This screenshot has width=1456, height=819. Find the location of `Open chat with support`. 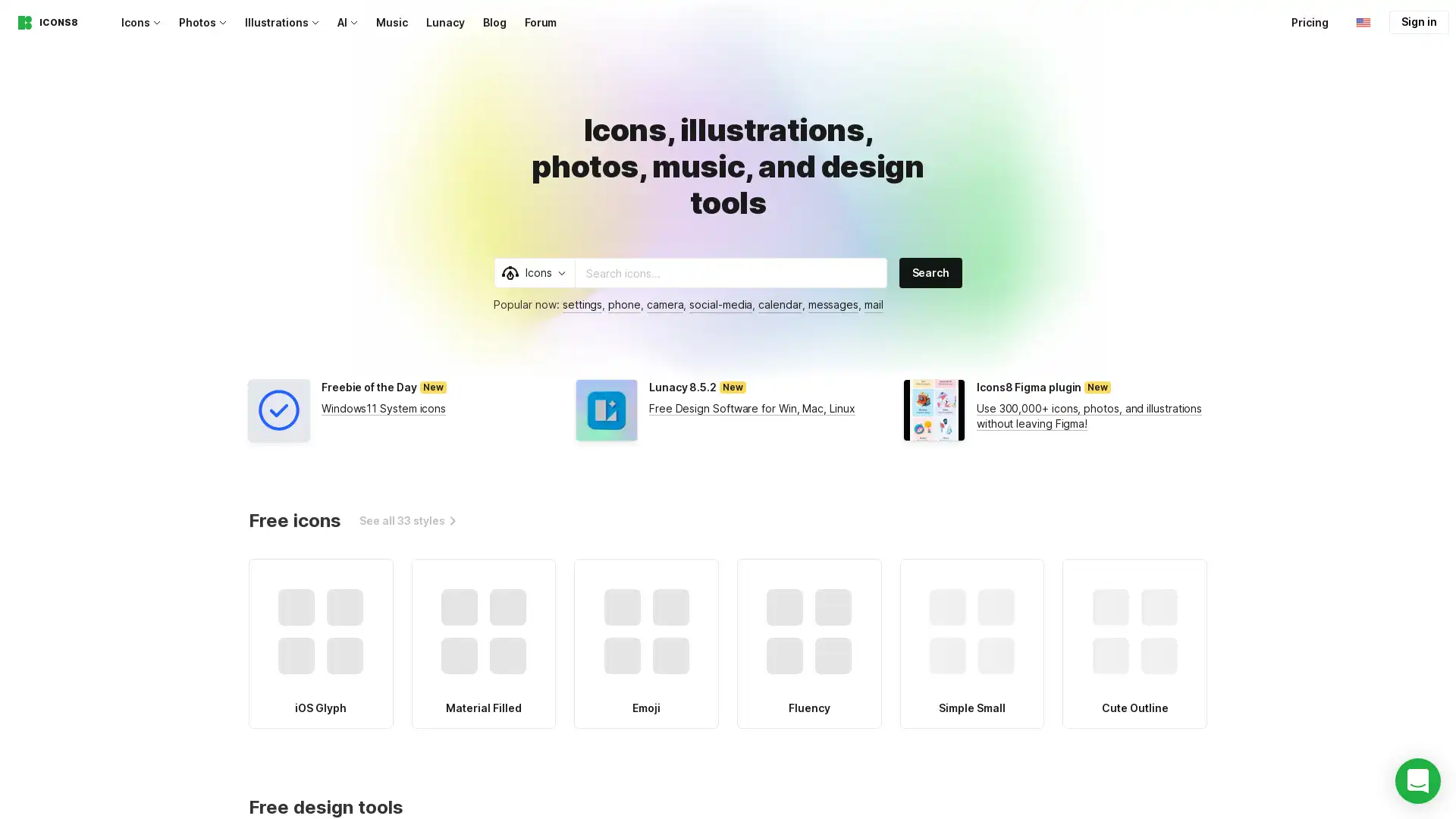

Open chat with support is located at coordinates (1417, 780).